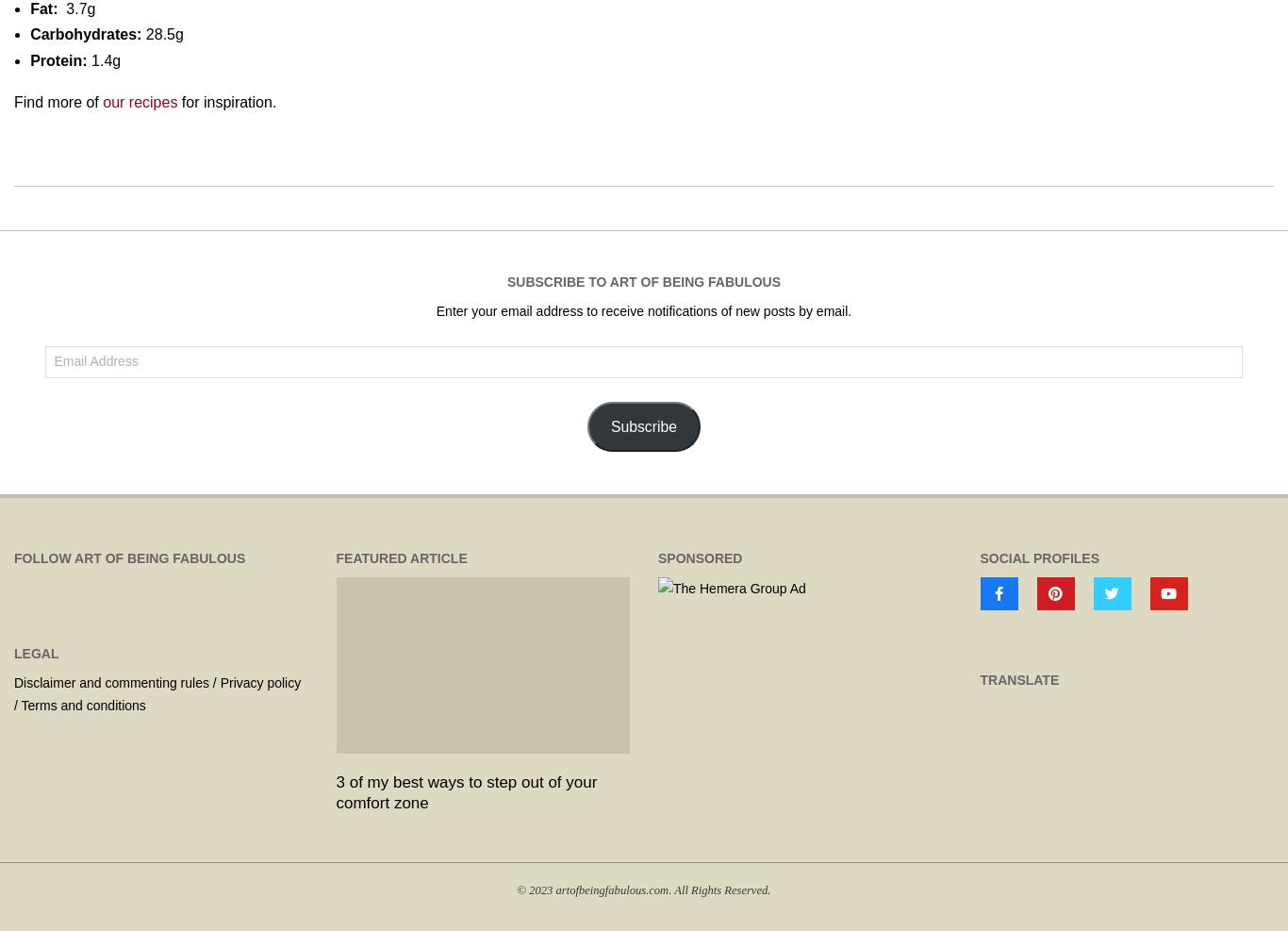 The height and width of the screenshot is (931, 1288). I want to click on '1.4g', so click(103, 58).